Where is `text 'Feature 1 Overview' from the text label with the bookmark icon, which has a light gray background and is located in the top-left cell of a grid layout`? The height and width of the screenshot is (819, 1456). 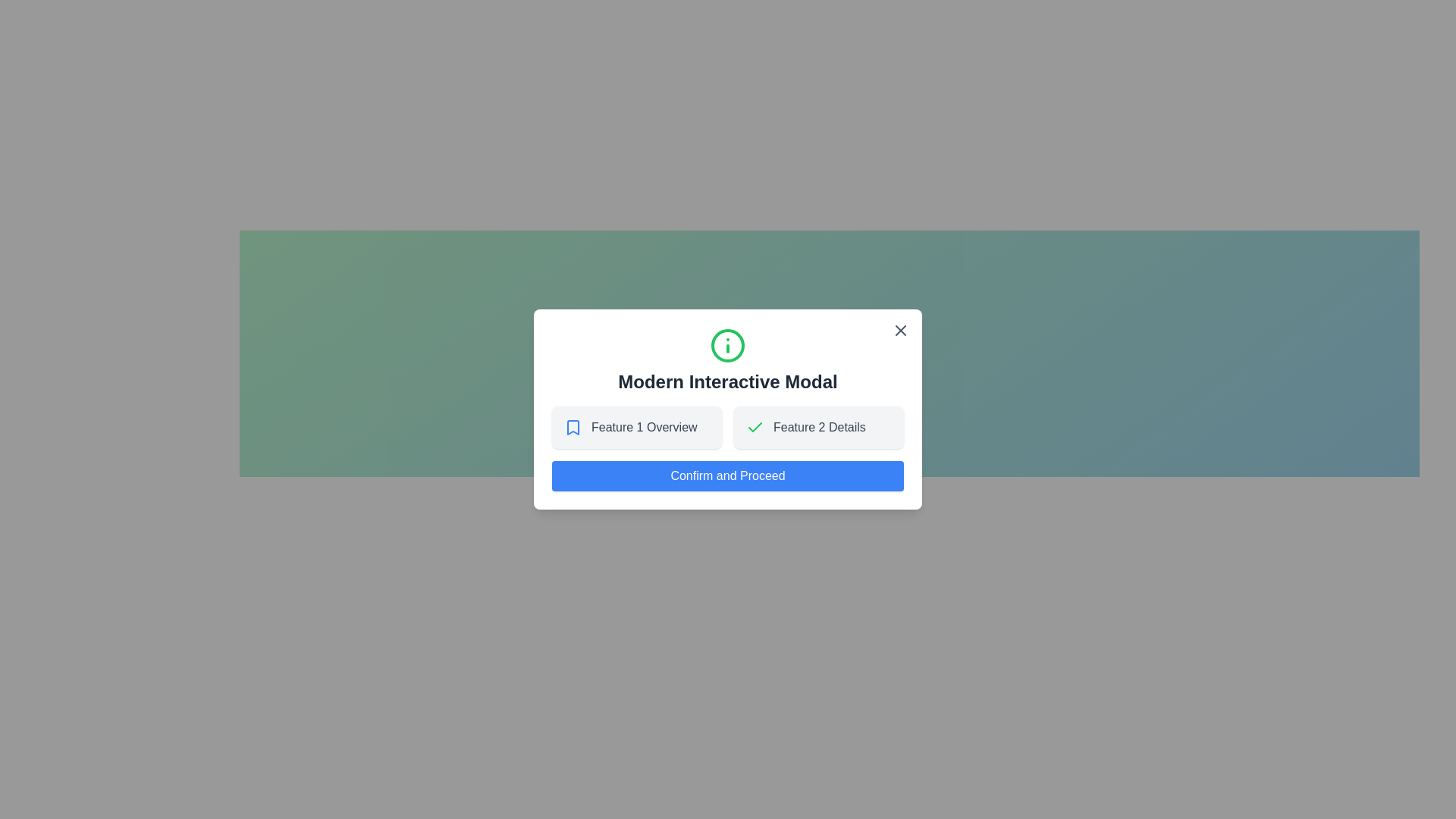 text 'Feature 1 Overview' from the text label with the bookmark icon, which has a light gray background and is located in the top-left cell of a grid layout is located at coordinates (637, 427).